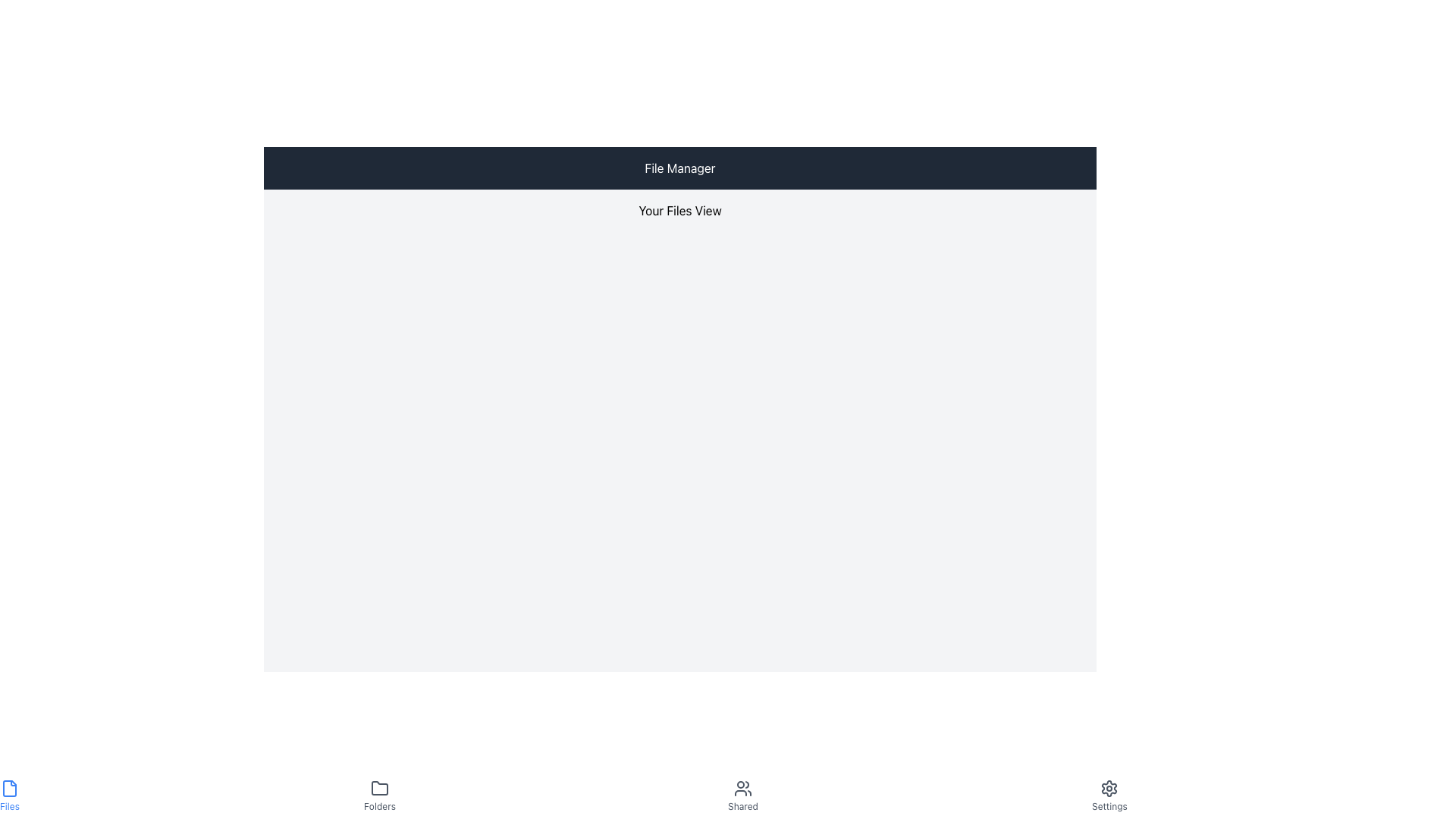 The image size is (1456, 819). I want to click on the Text Label that acts as a section header for viewing files, located just below the 'File Manager' navigation bar, so click(679, 210).